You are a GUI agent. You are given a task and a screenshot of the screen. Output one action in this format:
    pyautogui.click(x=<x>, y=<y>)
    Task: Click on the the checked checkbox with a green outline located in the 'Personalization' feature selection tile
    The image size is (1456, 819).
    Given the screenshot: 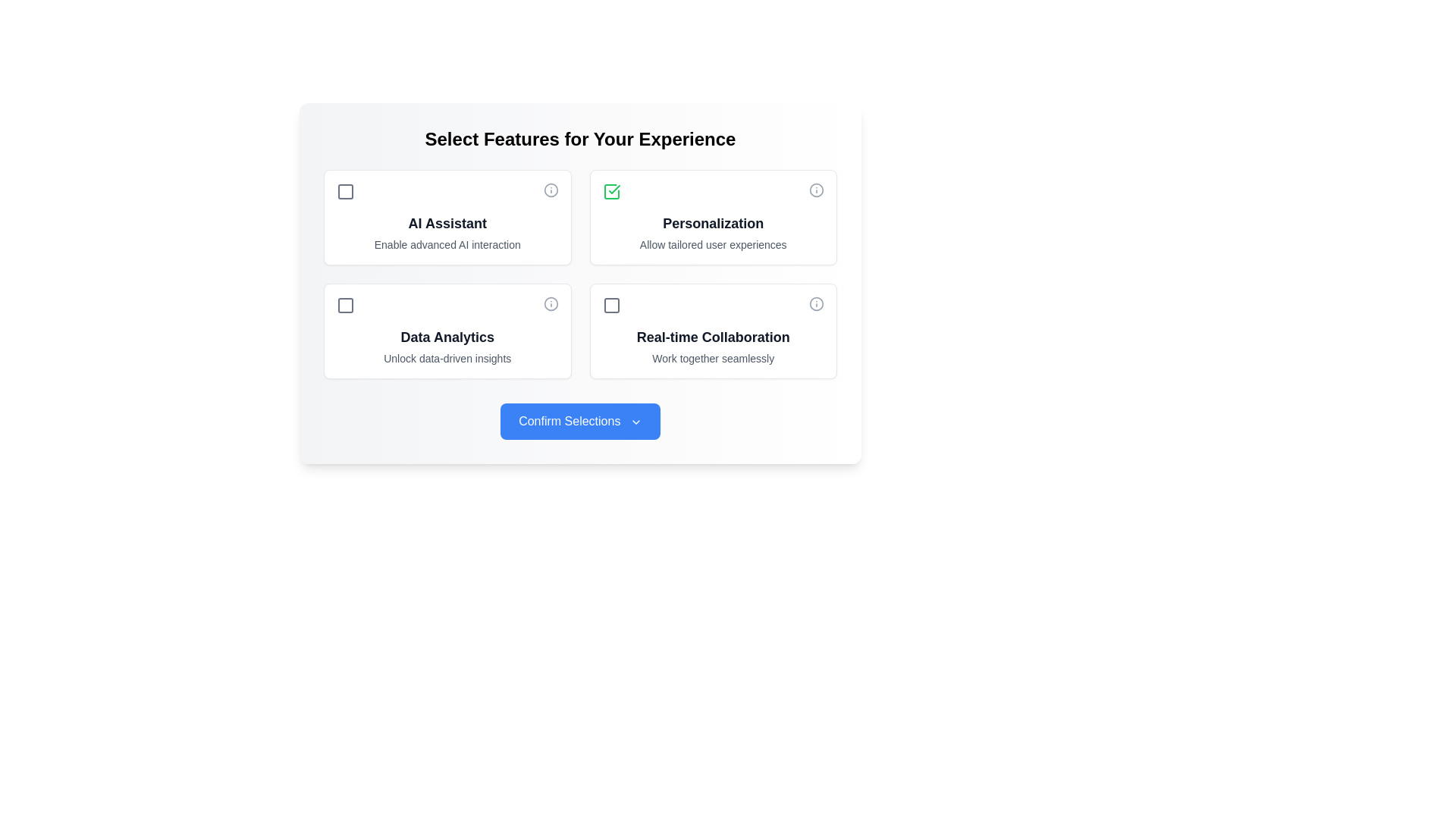 What is the action you would take?
    pyautogui.click(x=611, y=191)
    